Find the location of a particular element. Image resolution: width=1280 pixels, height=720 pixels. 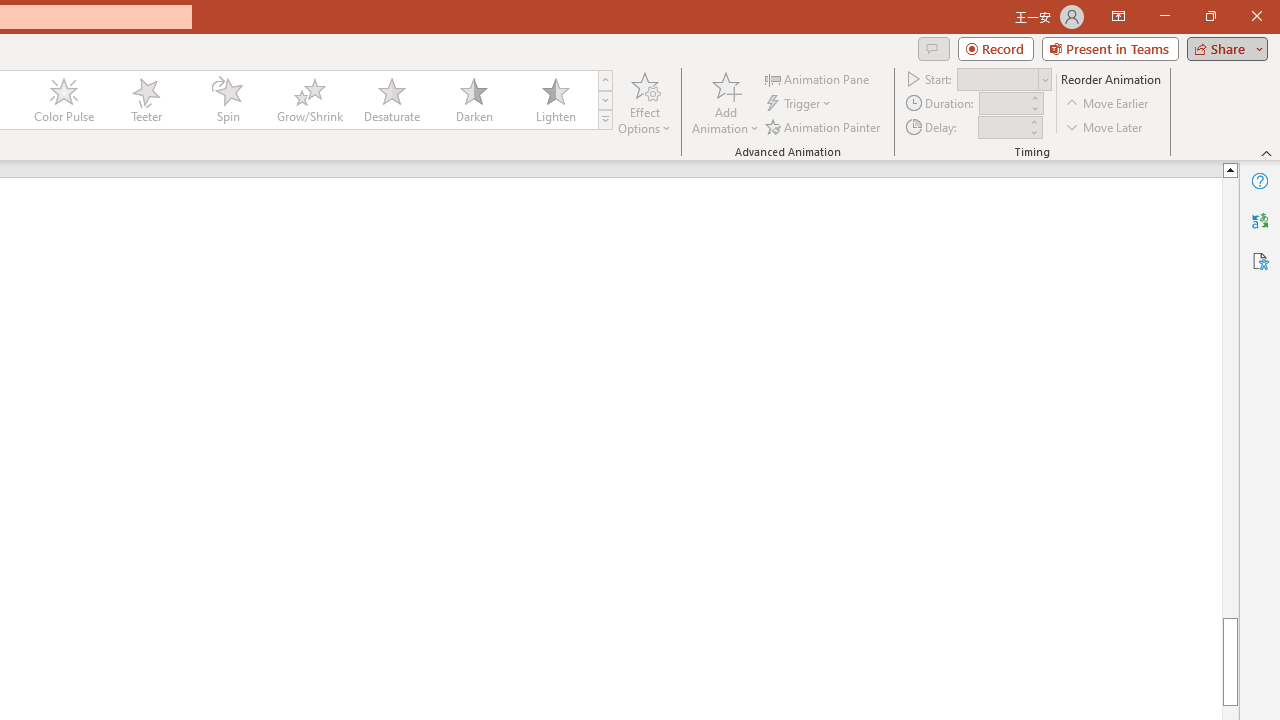

'Animation Styles' is located at coordinates (604, 120).